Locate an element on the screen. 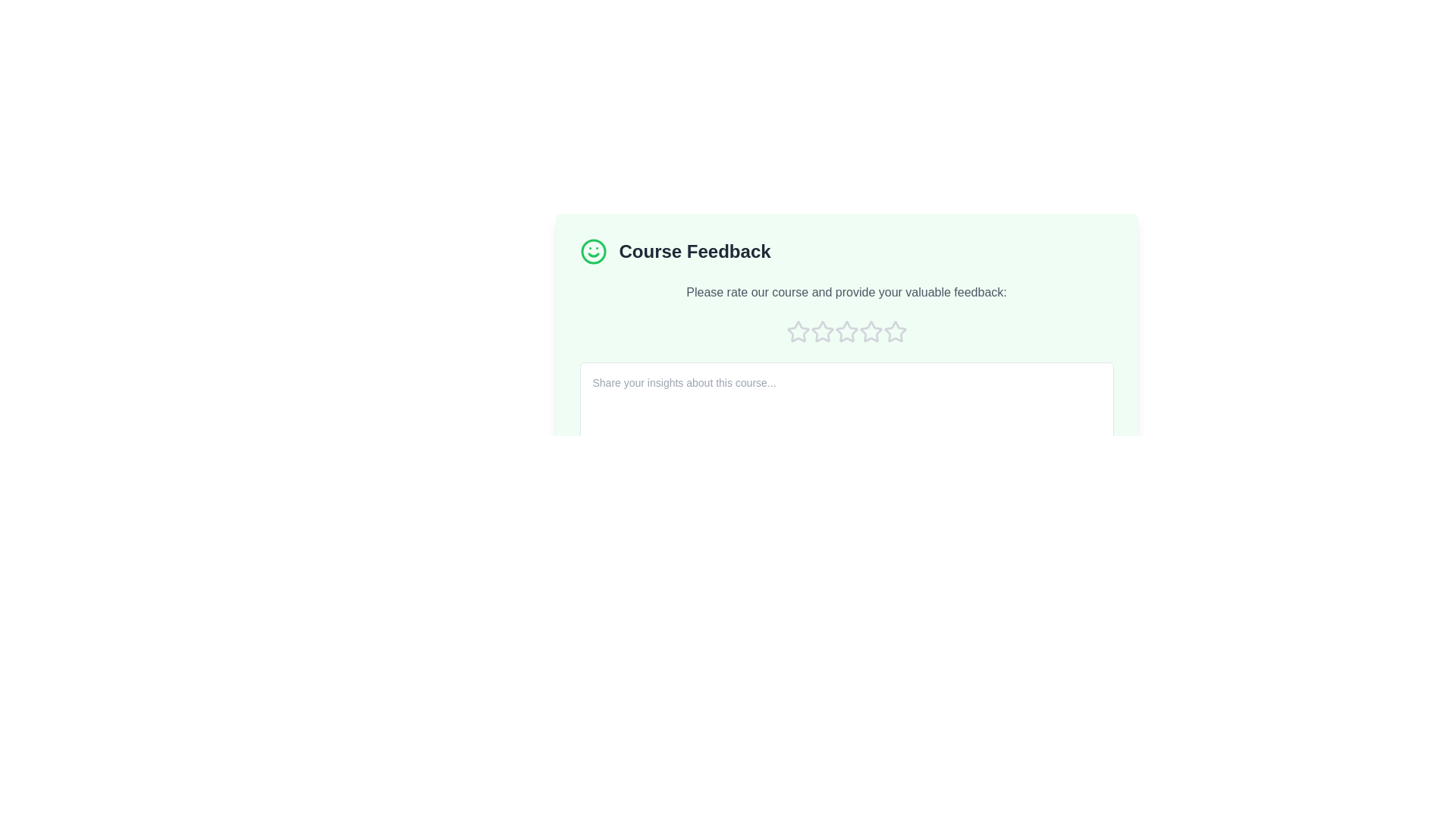 Image resolution: width=1456 pixels, height=819 pixels. the third star icon in the rating control is located at coordinates (871, 331).